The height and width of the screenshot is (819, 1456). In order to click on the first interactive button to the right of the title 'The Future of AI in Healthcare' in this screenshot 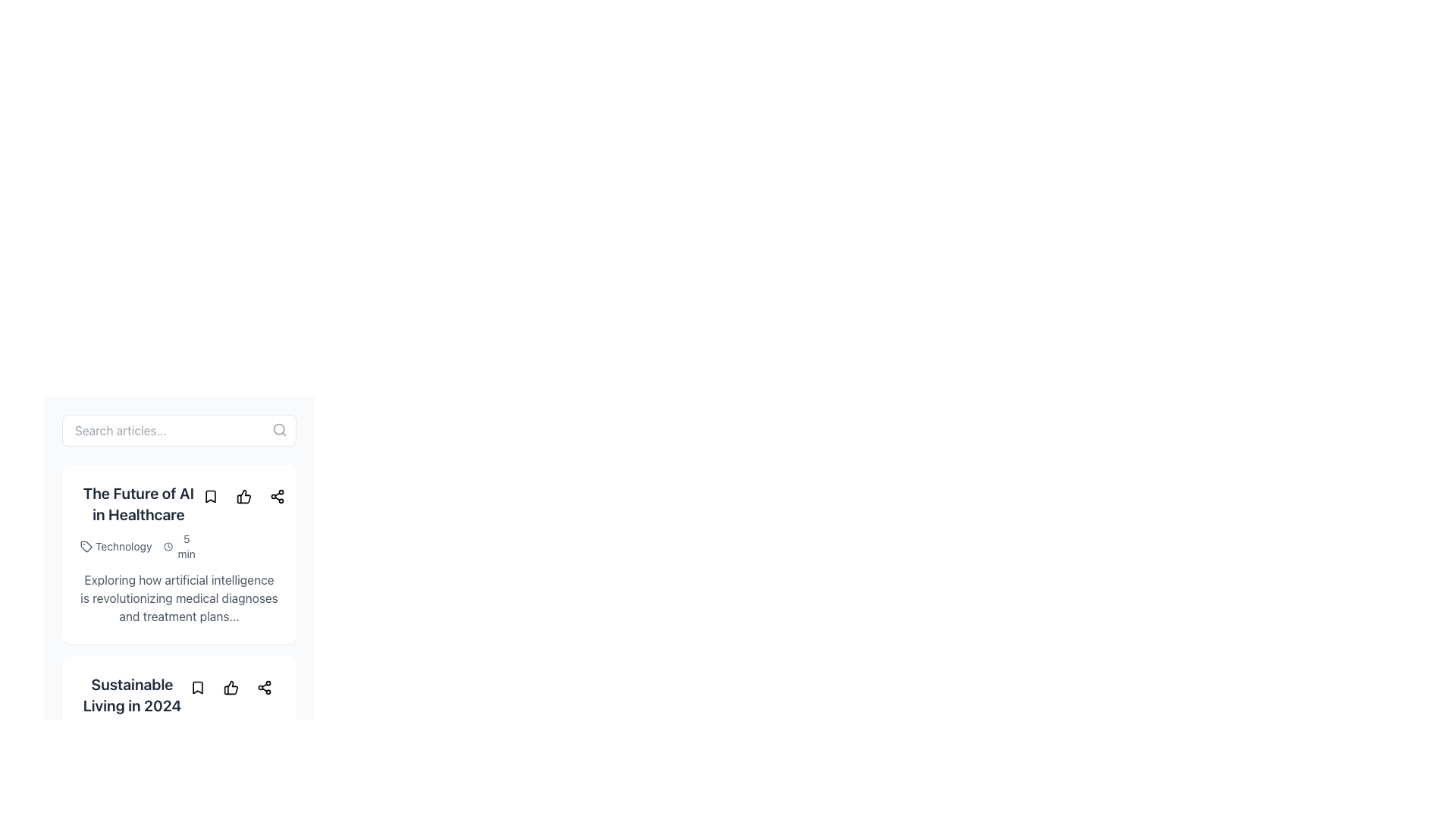, I will do `click(209, 497)`.